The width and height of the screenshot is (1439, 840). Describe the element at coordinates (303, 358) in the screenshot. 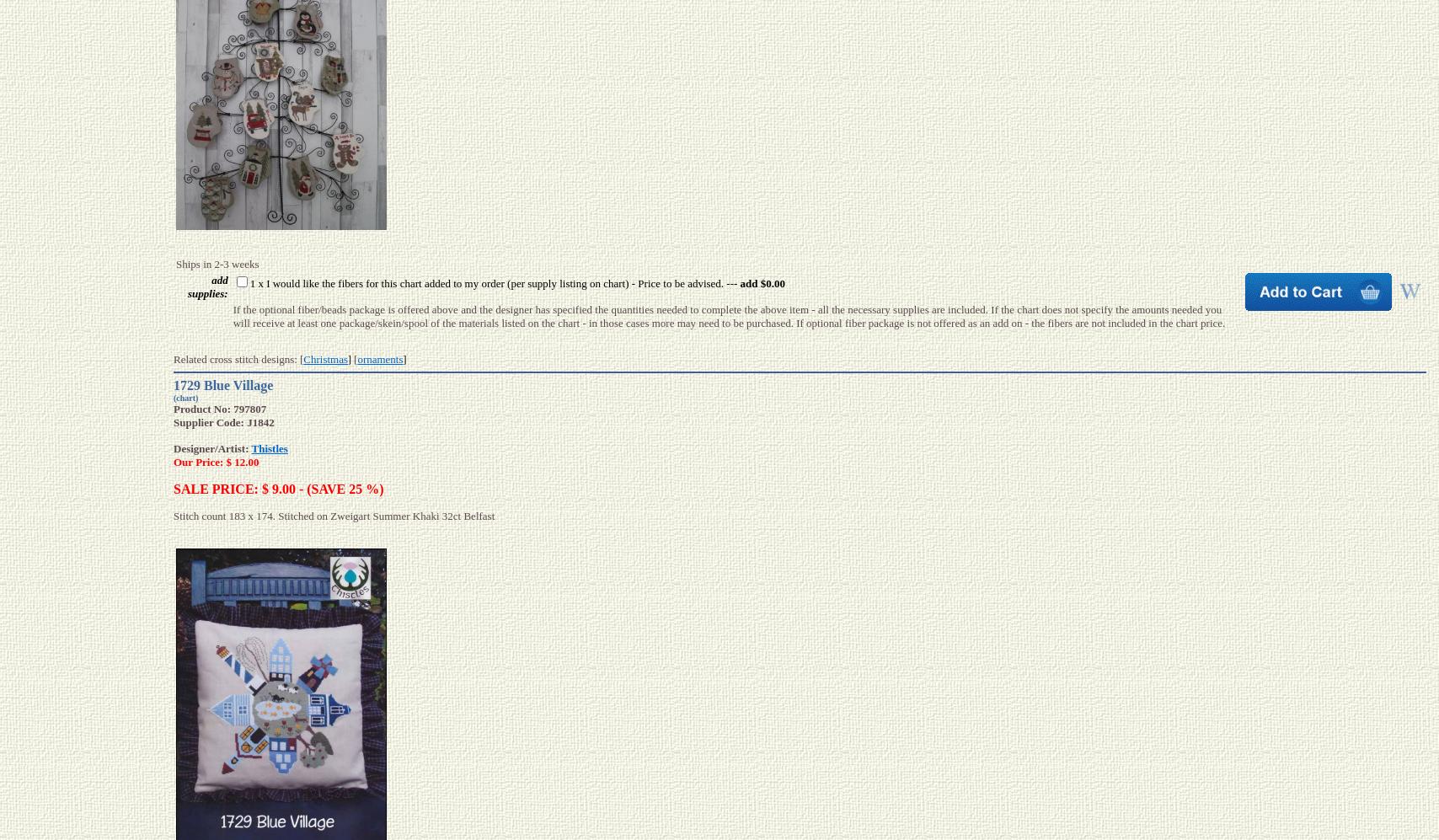

I see `'Christmas'` at that location.